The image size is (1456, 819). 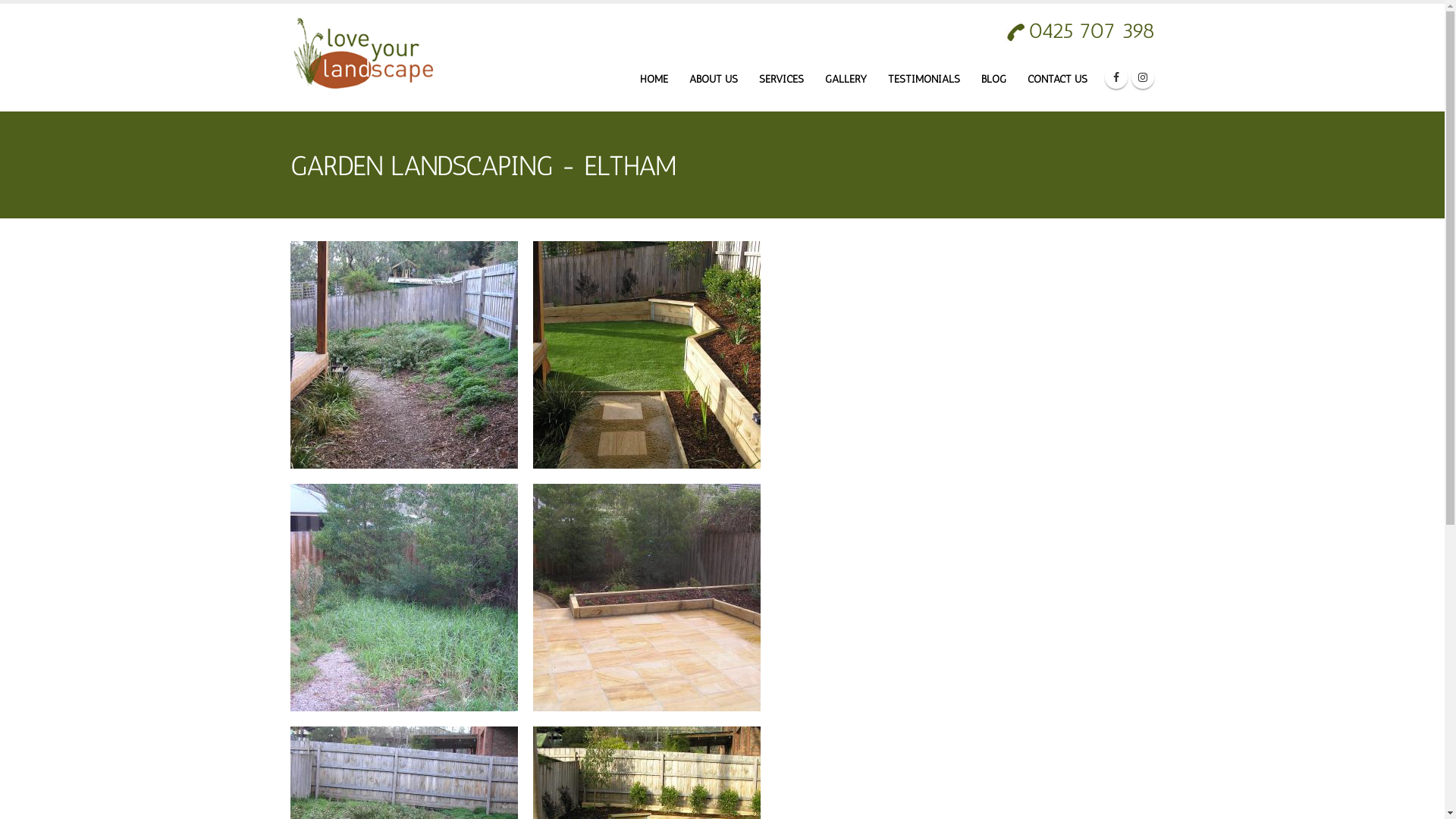 I want to click on 'Garden landscaping - Eltham', so click(x=645, y=595).